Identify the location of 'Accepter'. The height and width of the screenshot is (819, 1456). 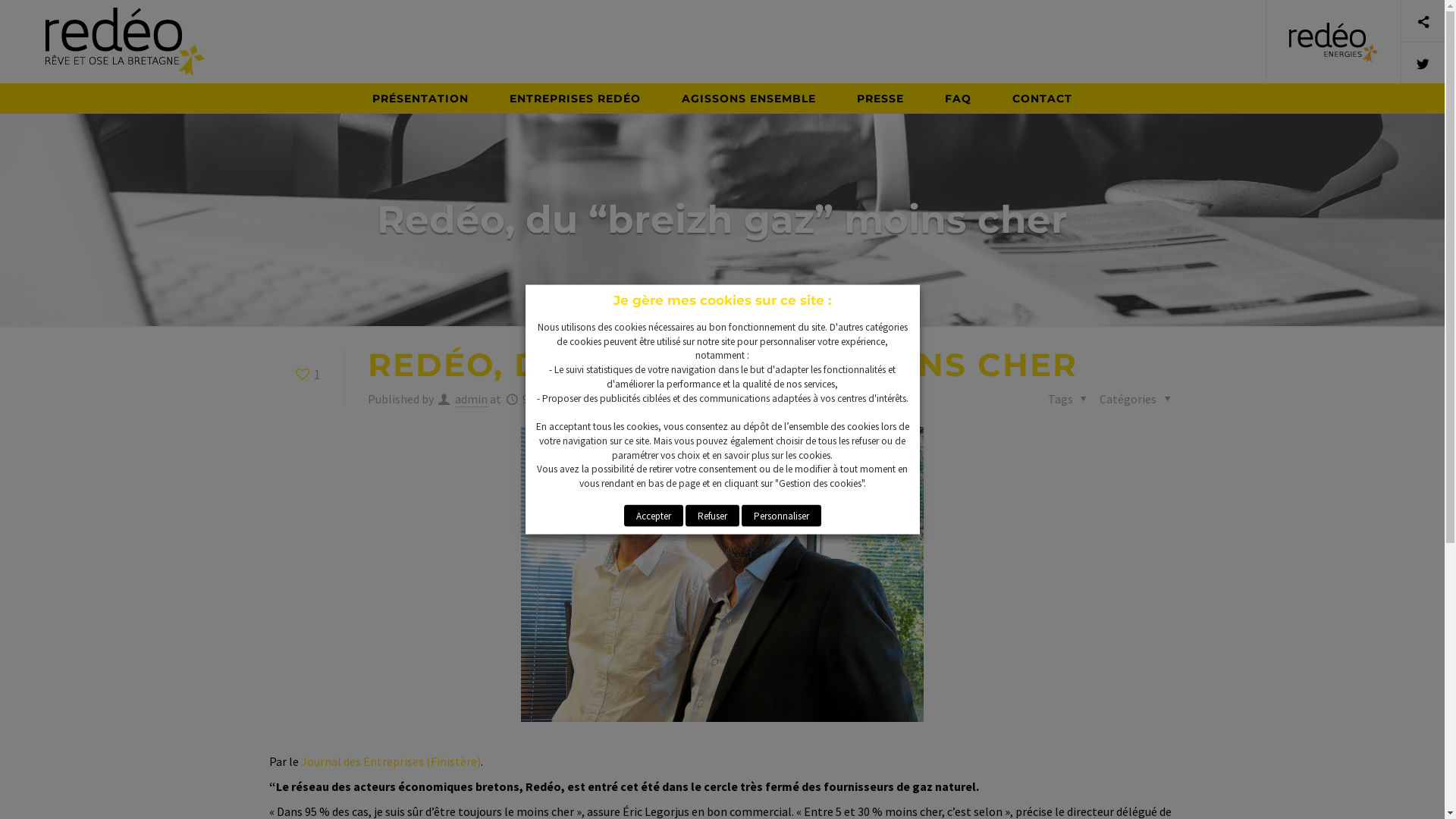
(652, 514).